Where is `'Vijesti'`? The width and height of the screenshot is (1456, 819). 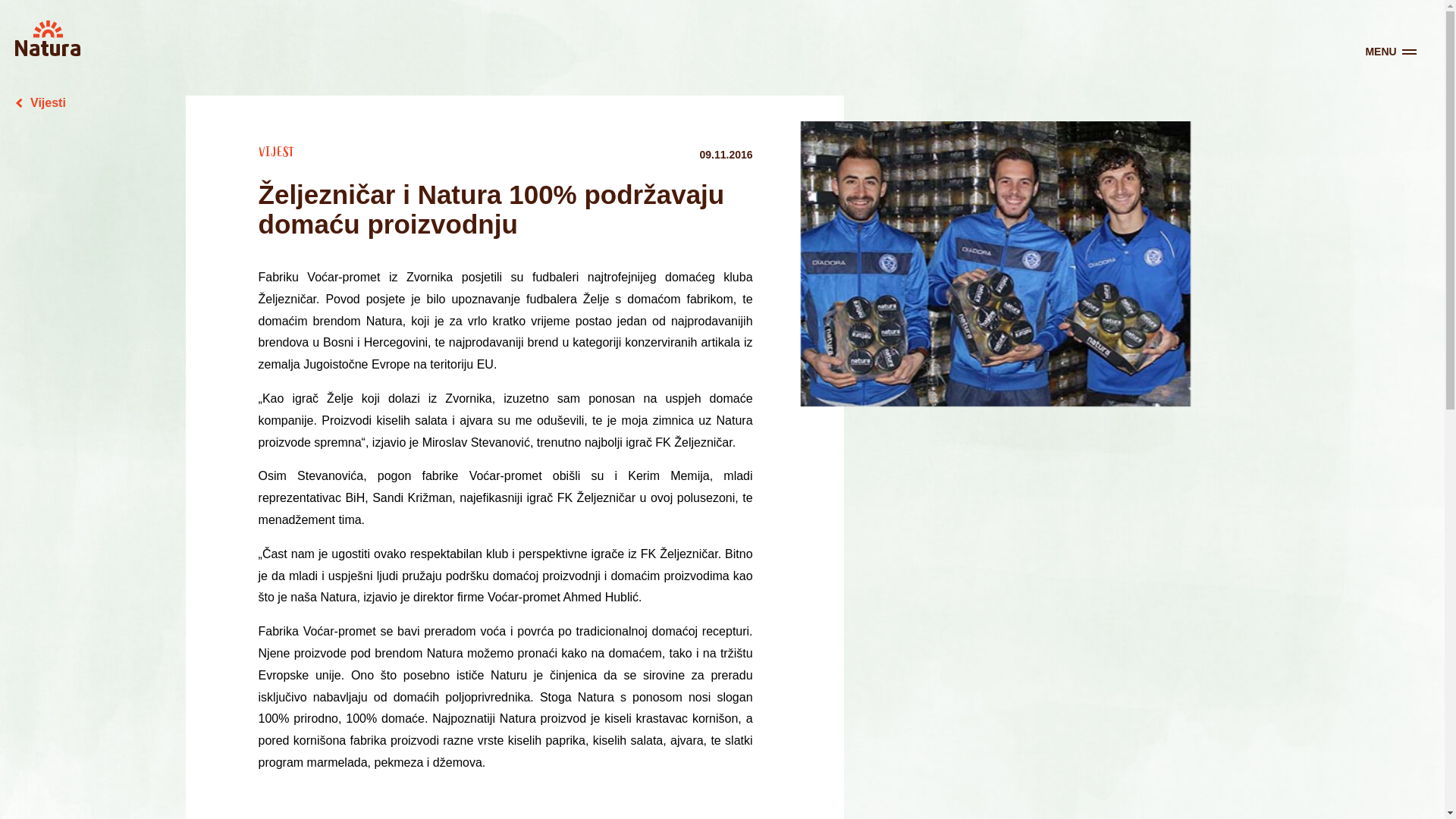 'Vijesti' is located at coordinates (14, 102).